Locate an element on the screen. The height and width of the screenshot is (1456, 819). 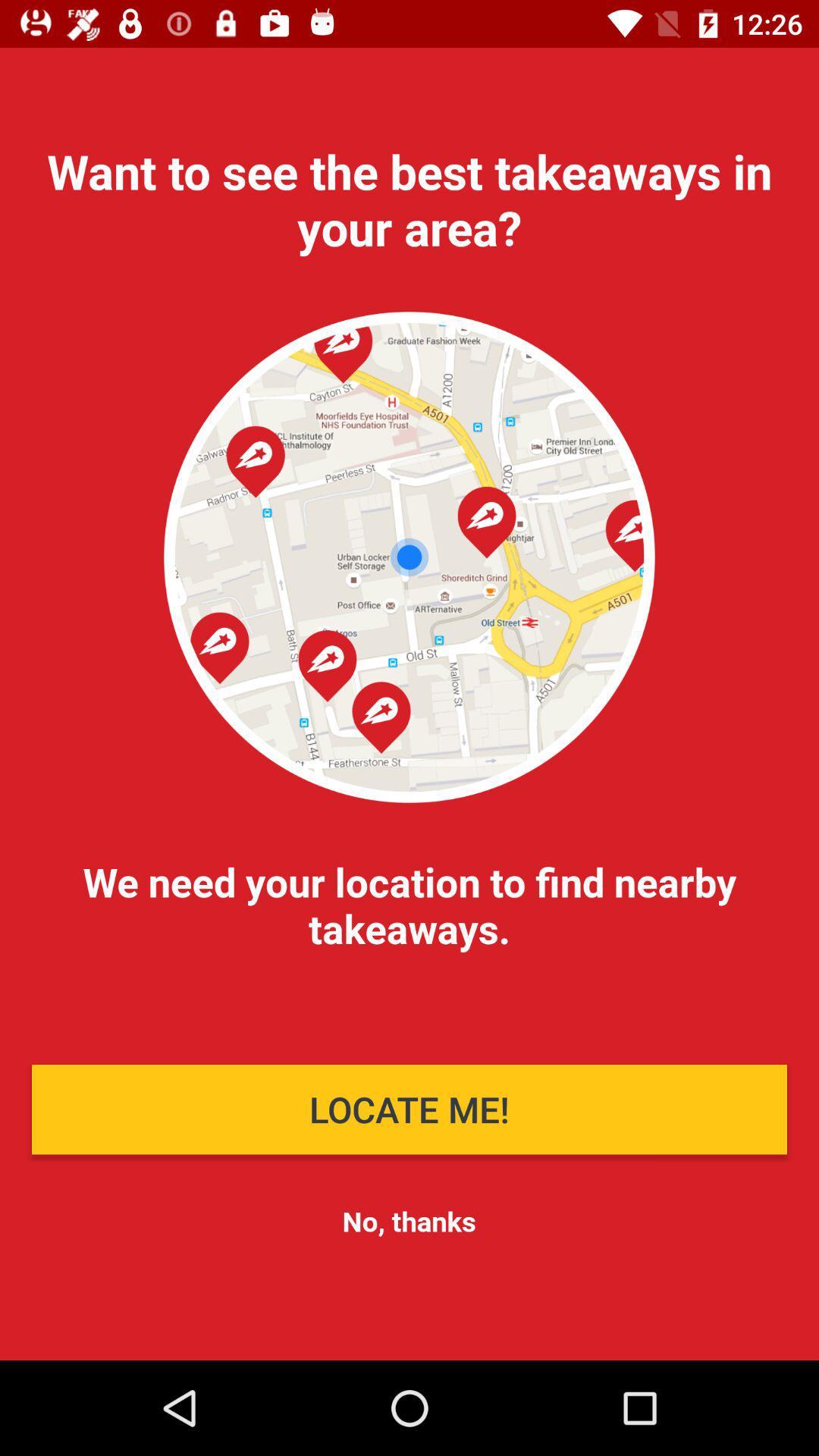
locate me! icon is located at coordinates (409, 1109).